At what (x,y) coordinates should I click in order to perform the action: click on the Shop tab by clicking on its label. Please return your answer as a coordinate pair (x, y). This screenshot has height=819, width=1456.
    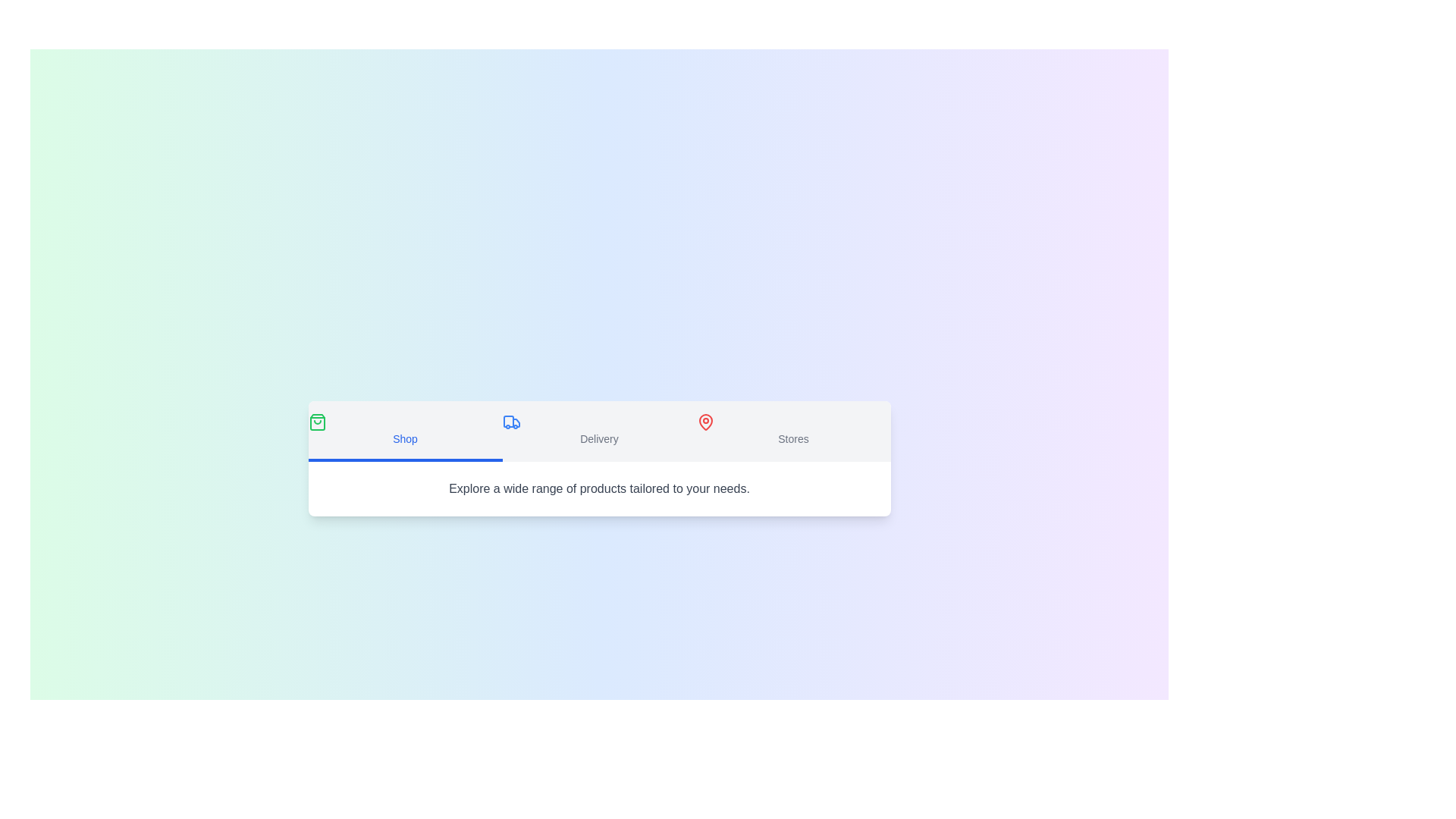
    Looking at the image, I should click on (405, 431).